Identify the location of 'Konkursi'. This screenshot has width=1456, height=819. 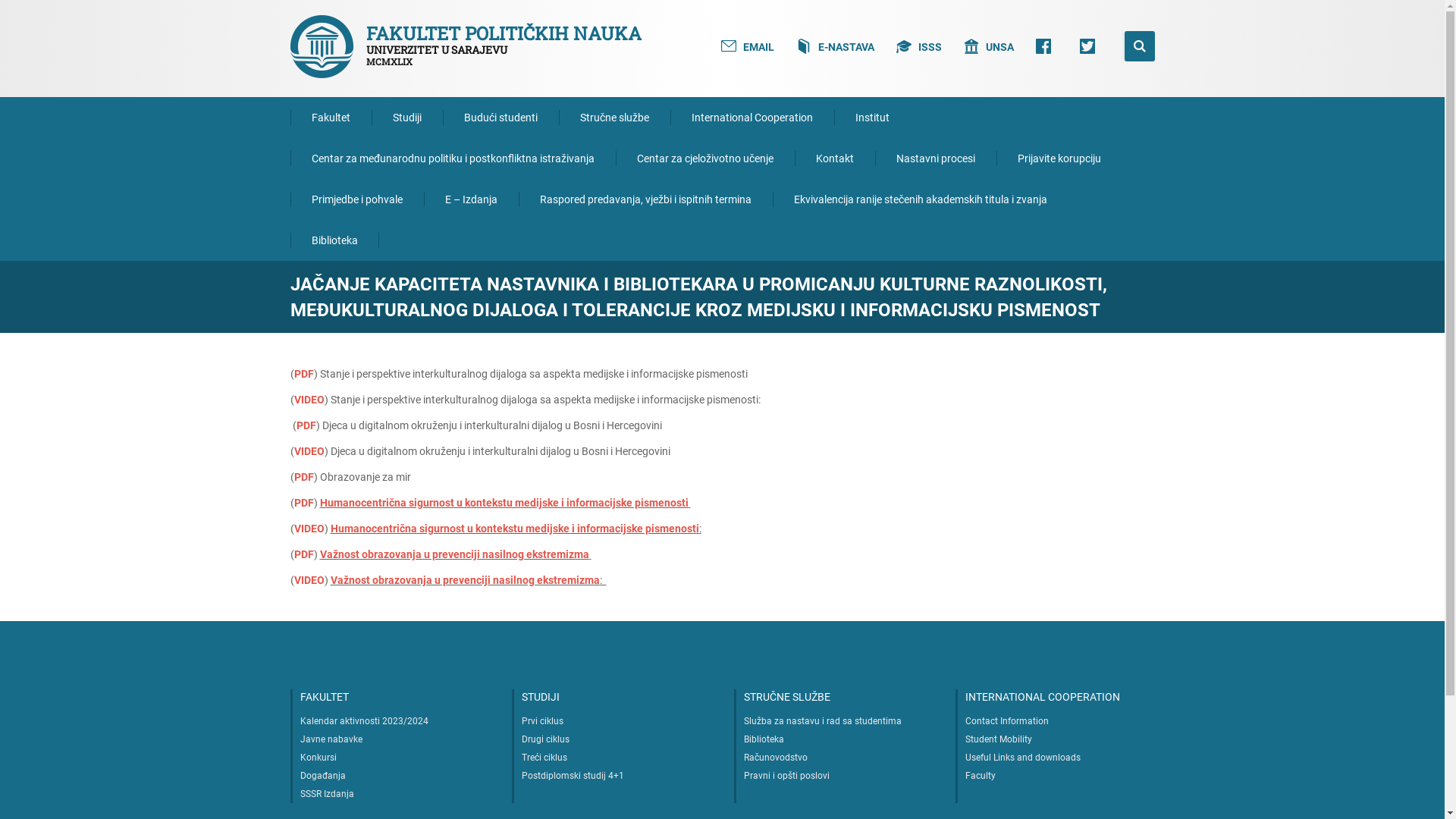
(318, 758).